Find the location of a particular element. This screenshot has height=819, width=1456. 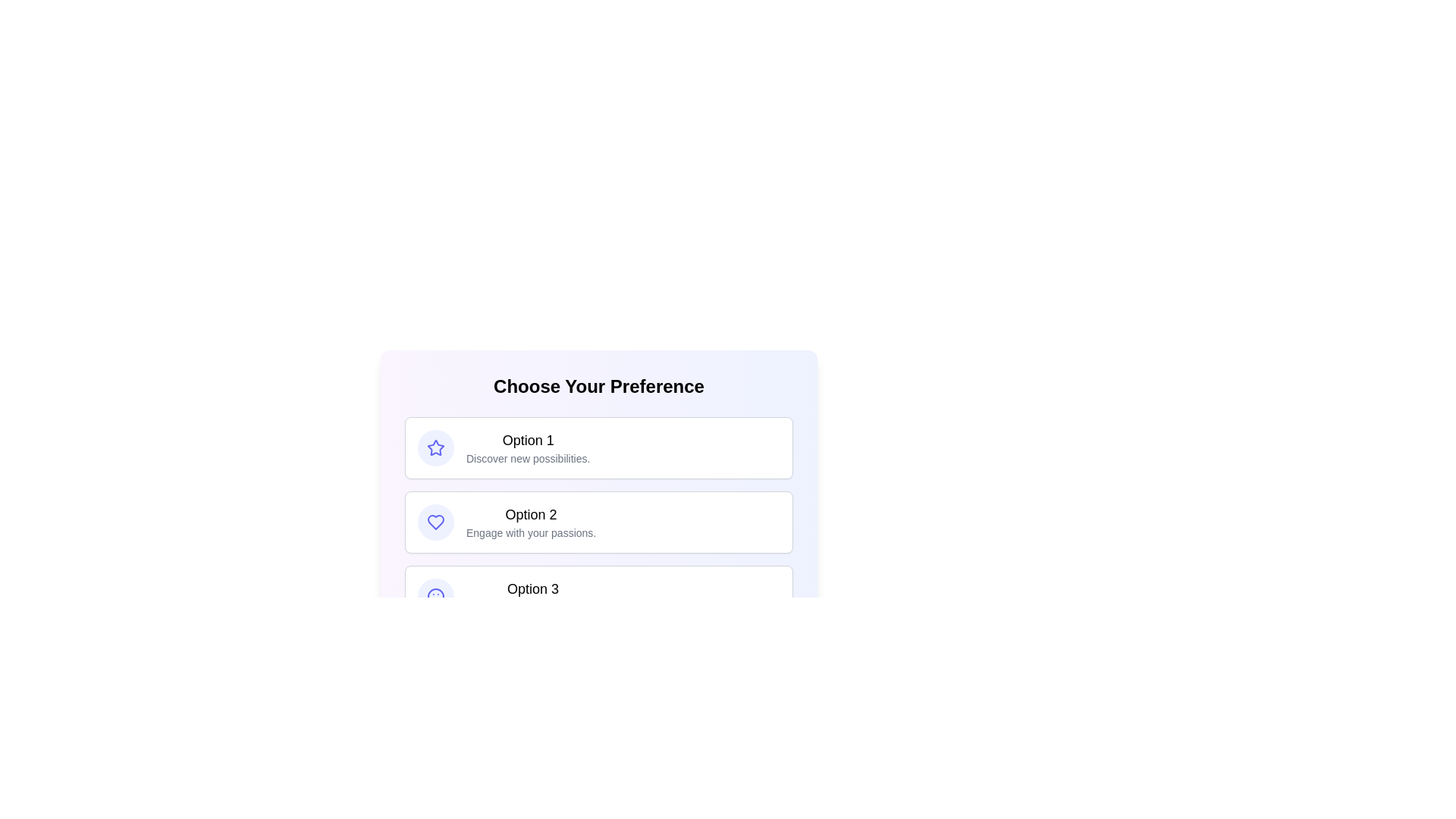

the 'Option 2' button that features bold text and a purple heart motif is located at coordinates (598, 522).